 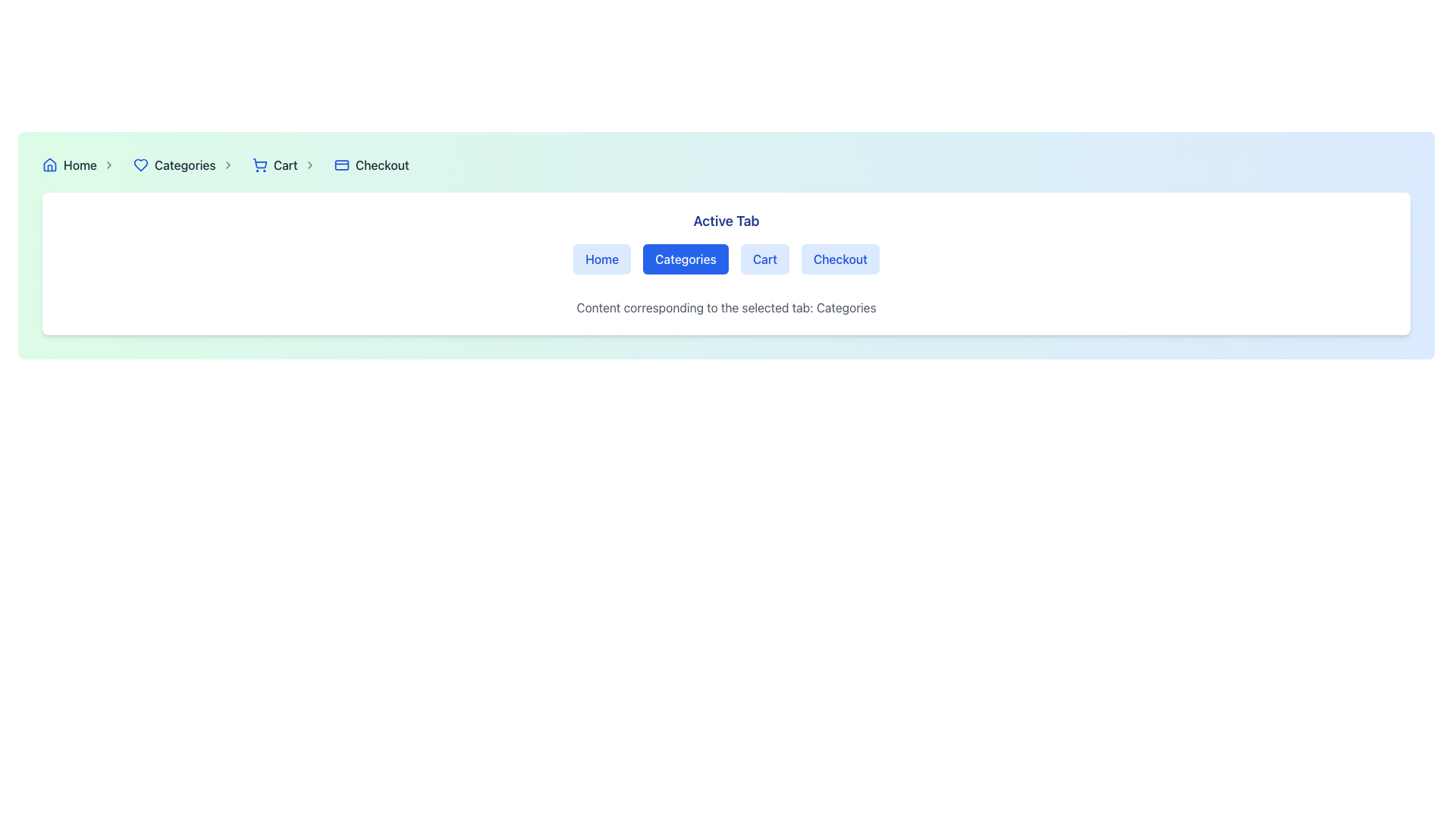 I want to click on the rightward-pointing chevron icon with a thin, rounded stroke and gray color that follows the text 'Categories' in the navigation bar for navigation indication, so click(x=227, y=165).